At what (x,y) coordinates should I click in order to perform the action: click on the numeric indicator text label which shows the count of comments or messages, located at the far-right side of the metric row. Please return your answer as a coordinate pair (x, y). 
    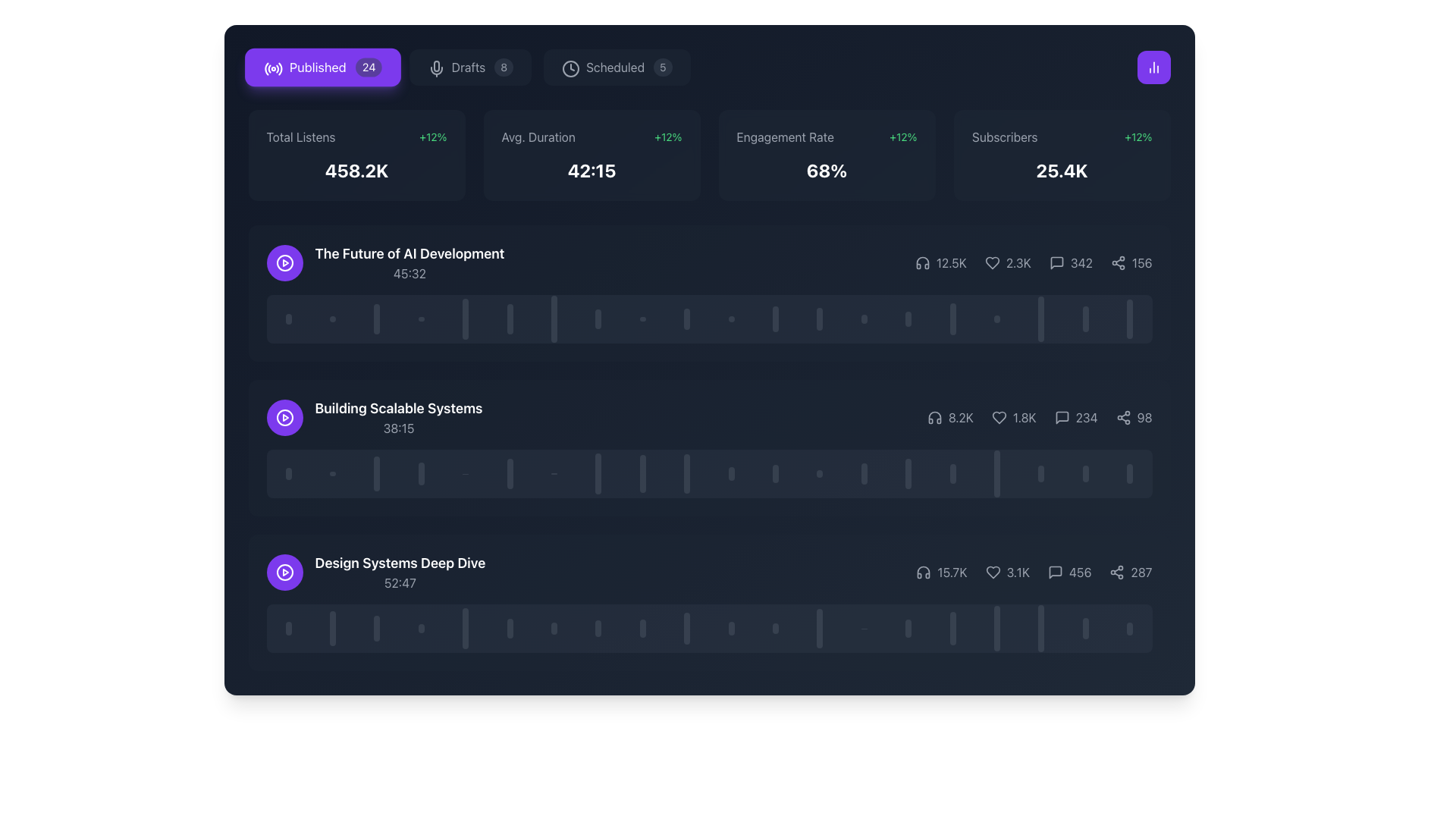
    Looking at the image, I should click on (1079, 573).